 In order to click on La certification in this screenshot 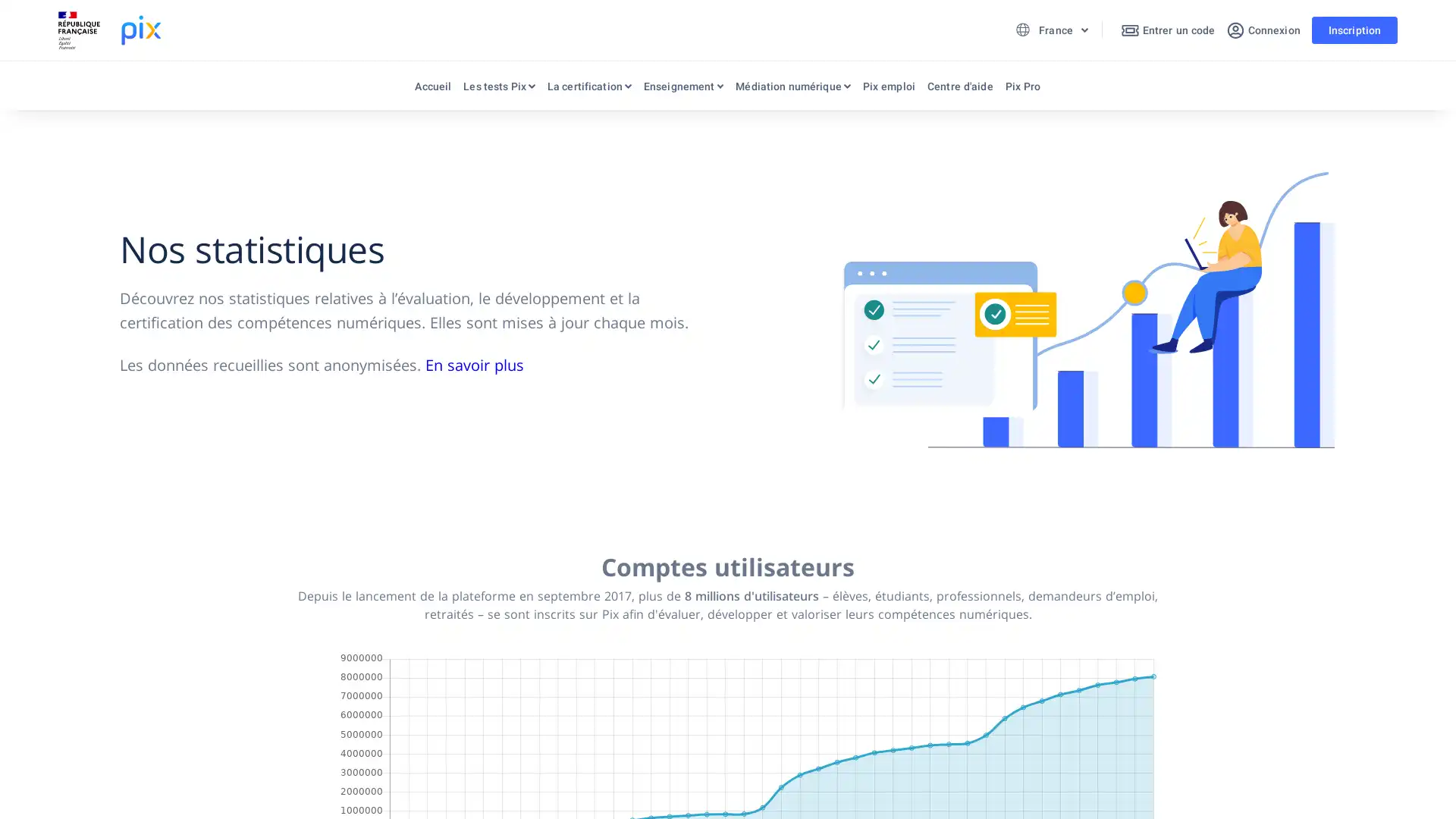, I will do `click(588, 89)`.